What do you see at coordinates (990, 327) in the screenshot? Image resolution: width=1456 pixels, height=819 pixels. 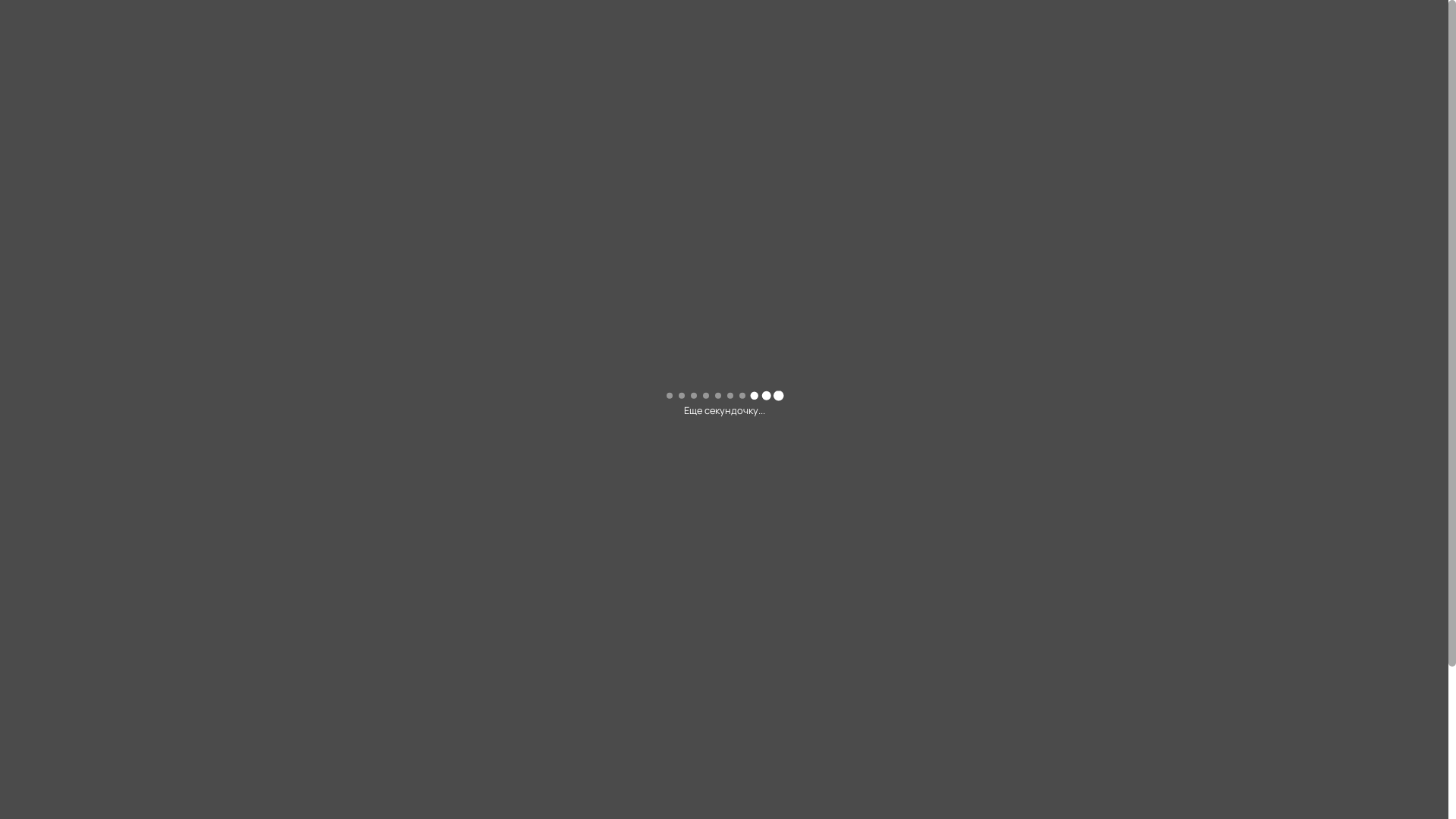 I see `'polakr@tut.by'` at bounding box center [990, 327].